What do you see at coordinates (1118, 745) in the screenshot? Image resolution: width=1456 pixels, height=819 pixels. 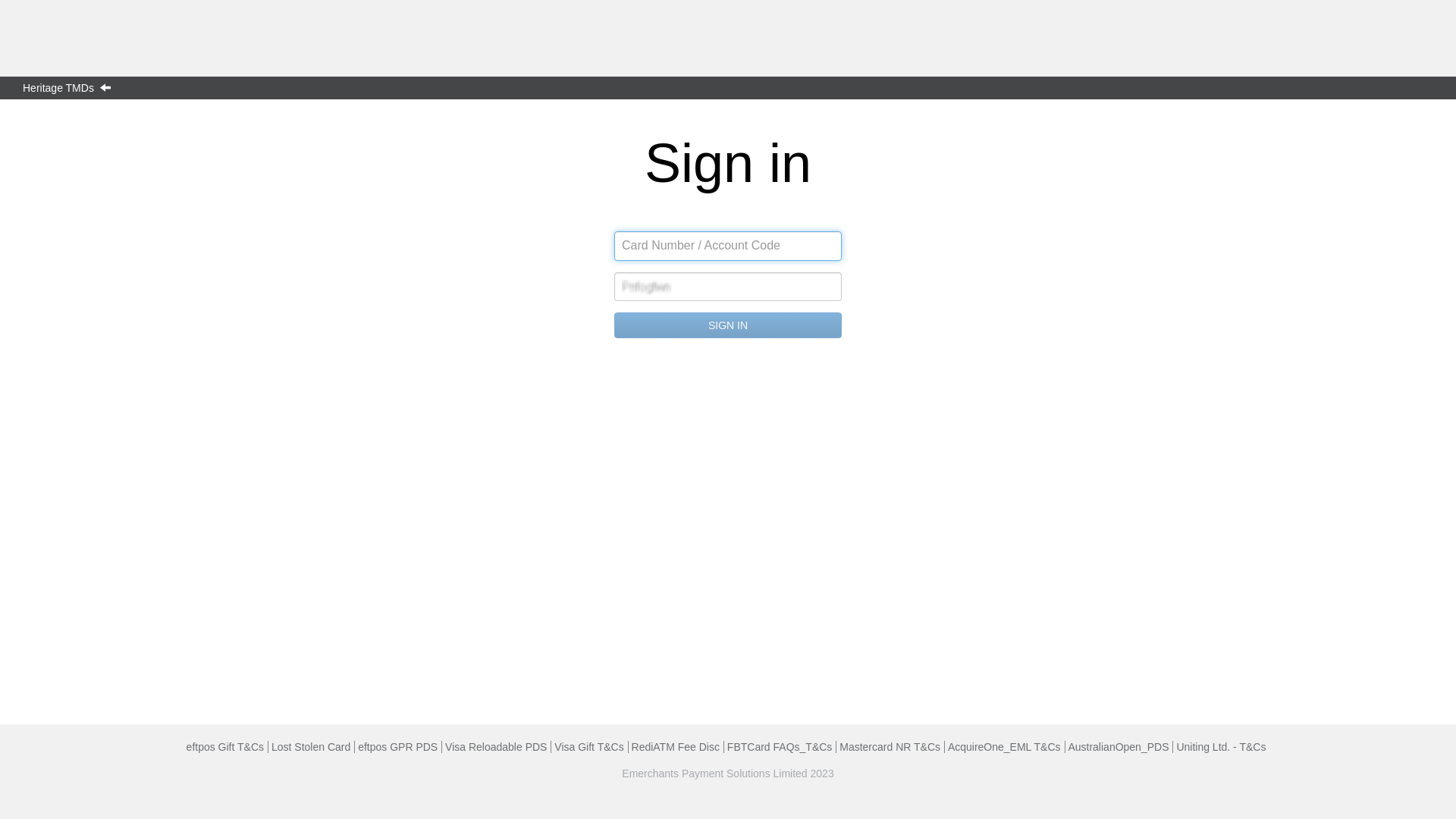 I see `'AustralianOpen_PDS'` at bounding box center [1118, 745].